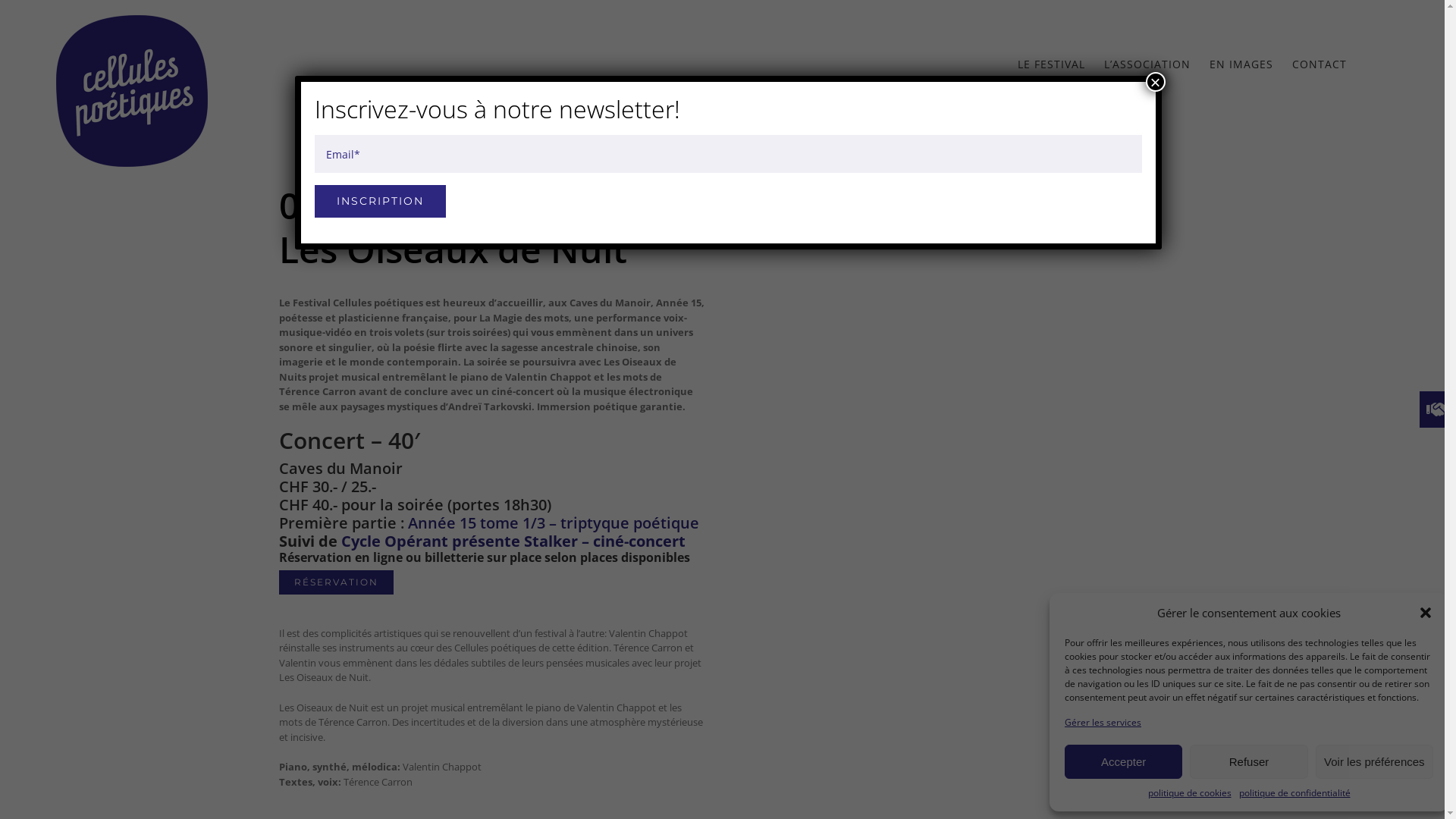 This screenshot has width=1456, height=819. What do you see at coordinates (379, 200) in the screenshot?
I see `'inscription'` at bounding box center [379, 200].